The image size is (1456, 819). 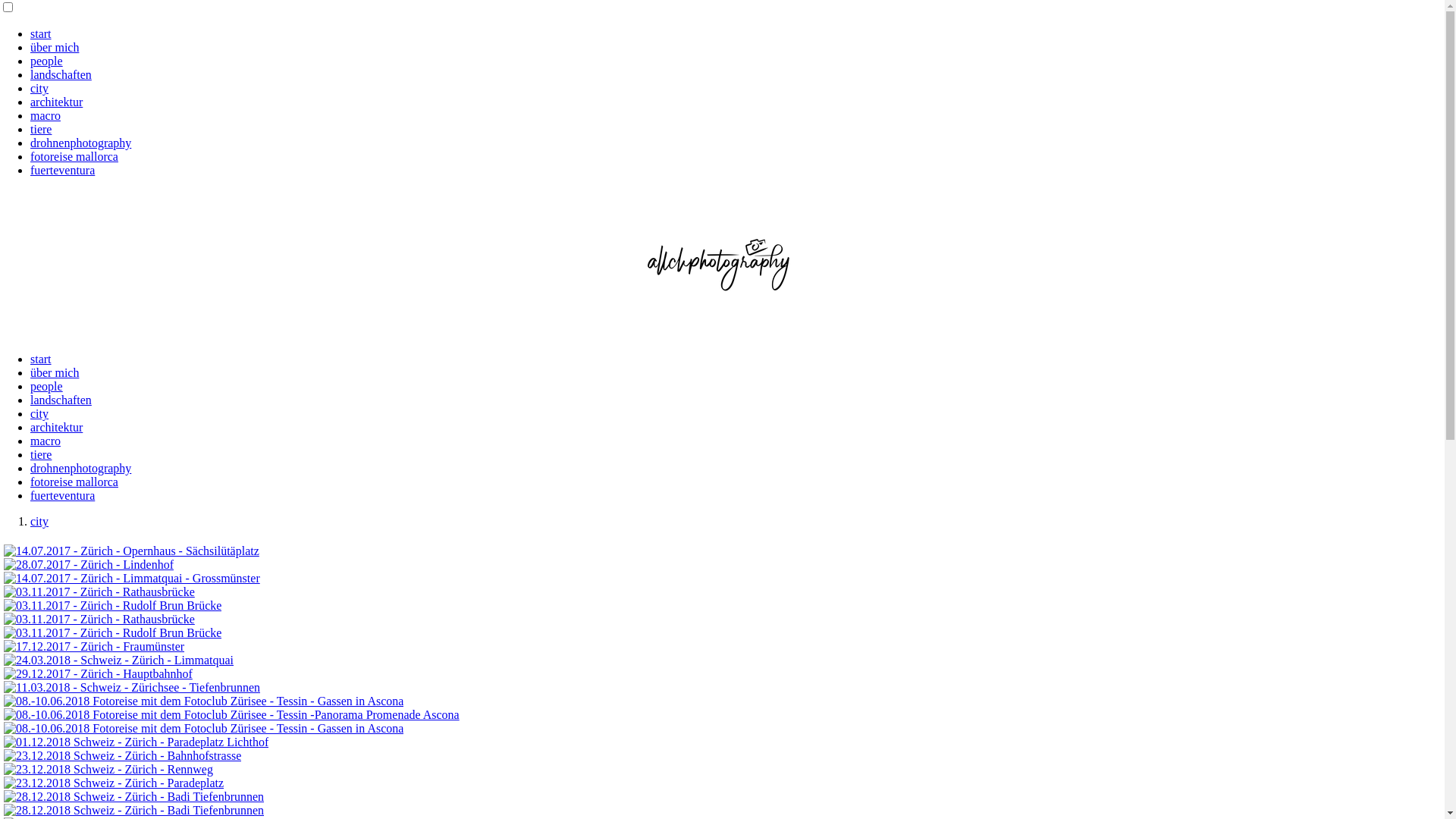 I want to click on 'landschaften', so click(x=61, y=74).